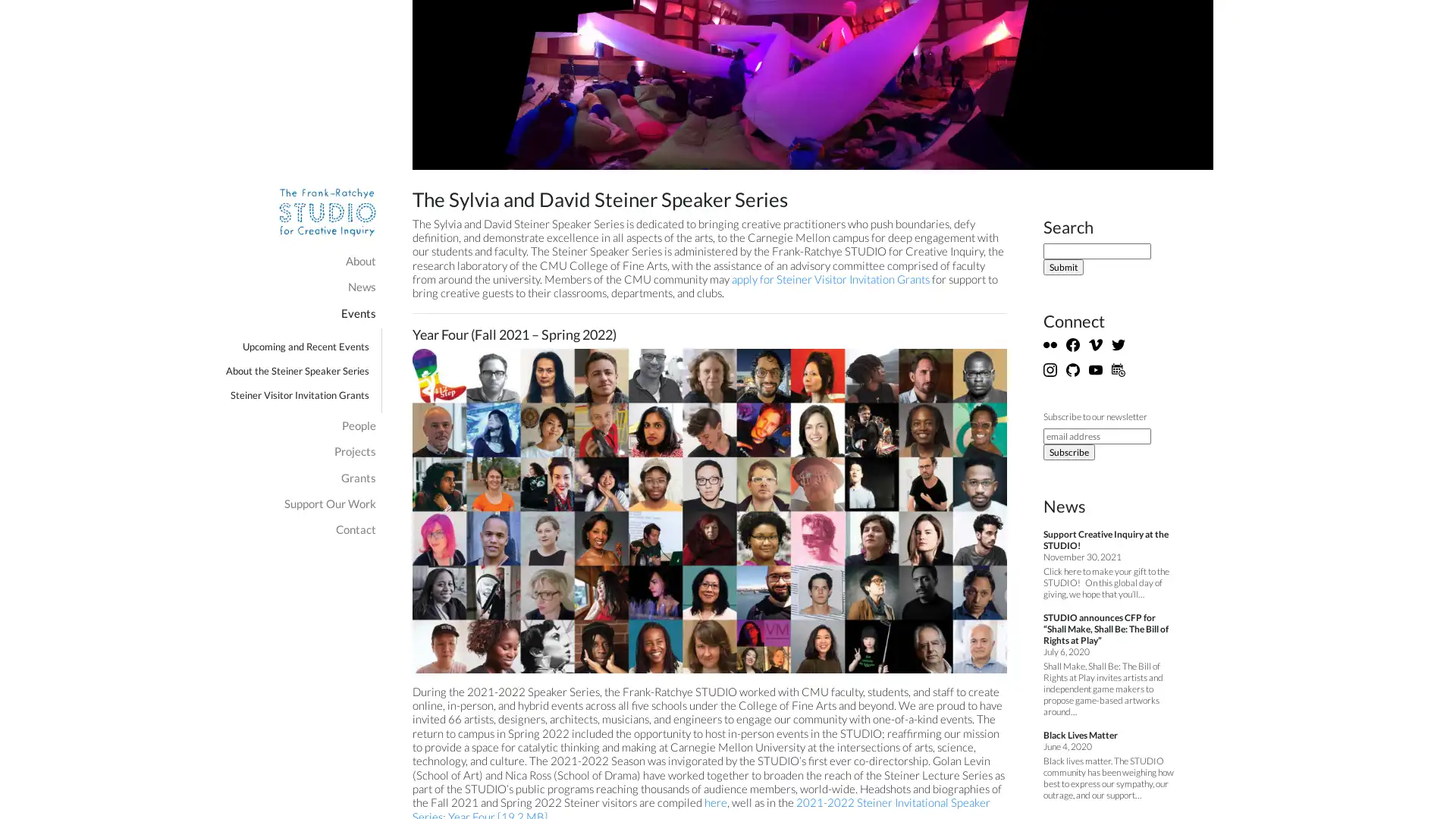 This screenshot has width=1456, height=819. What do you see at coordinates (1062, 266) in the screenshot?
I see `Submit` at bounding box center [1062, 266].